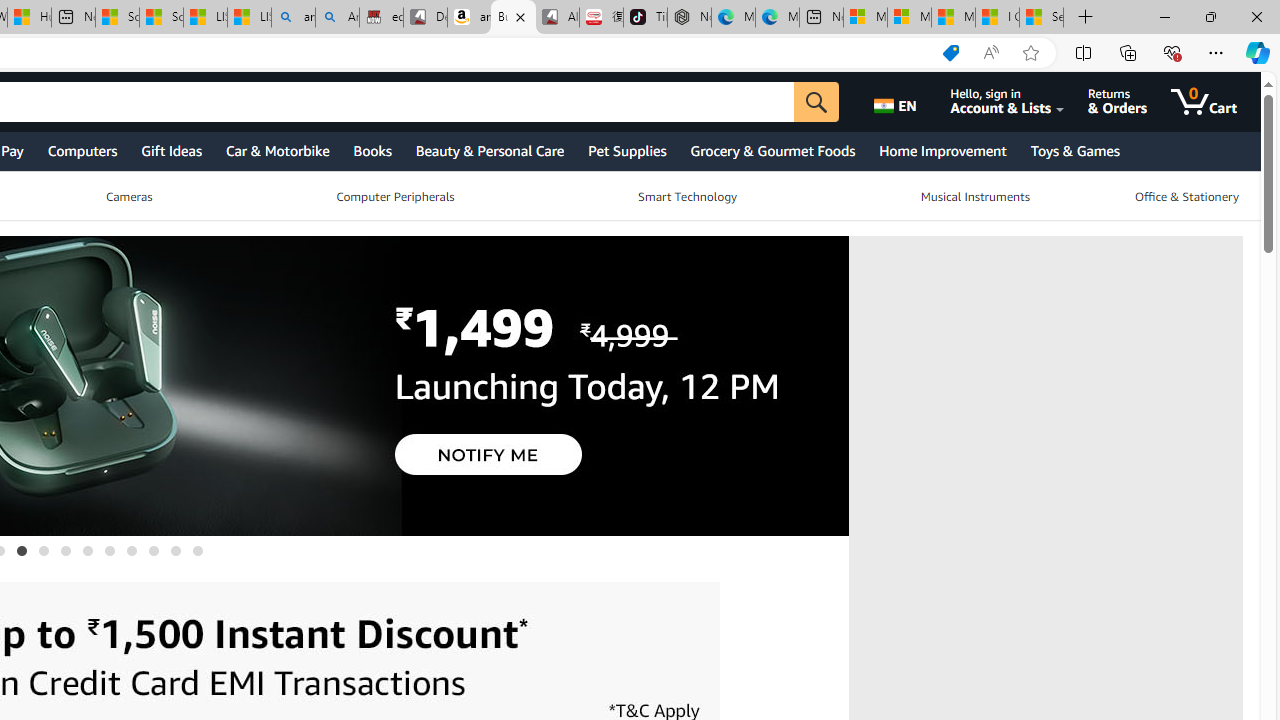 The height and width of the screenshot is (720, 1280). I want to click on 'Returns & Orders', so click(1132, 101).